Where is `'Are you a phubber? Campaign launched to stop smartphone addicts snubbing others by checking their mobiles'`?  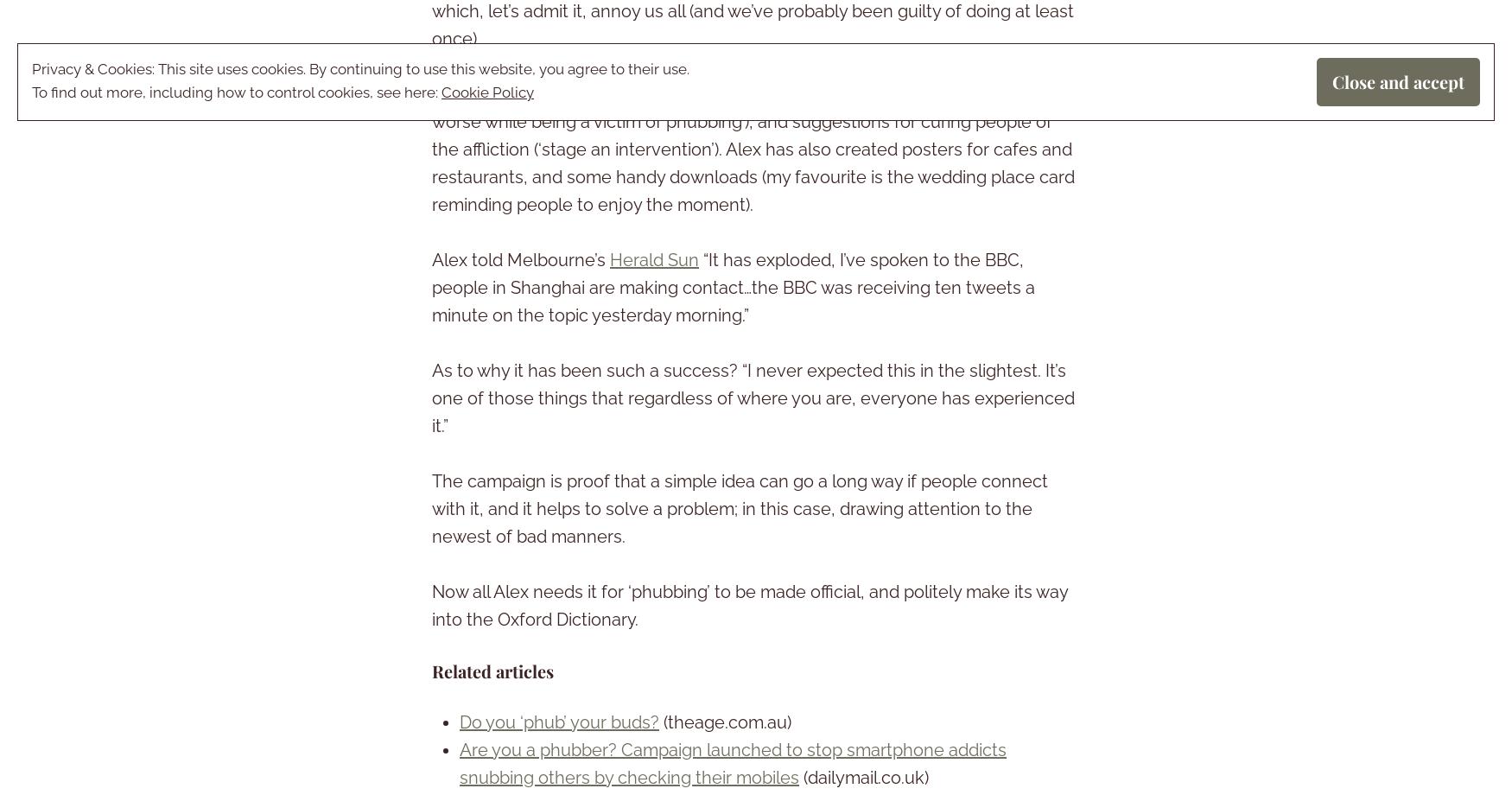 'Are you a phubber? Campaign launched to stop smartphone addicts snubbing others by checking their mobiles' is located at coordinates (733, 763).